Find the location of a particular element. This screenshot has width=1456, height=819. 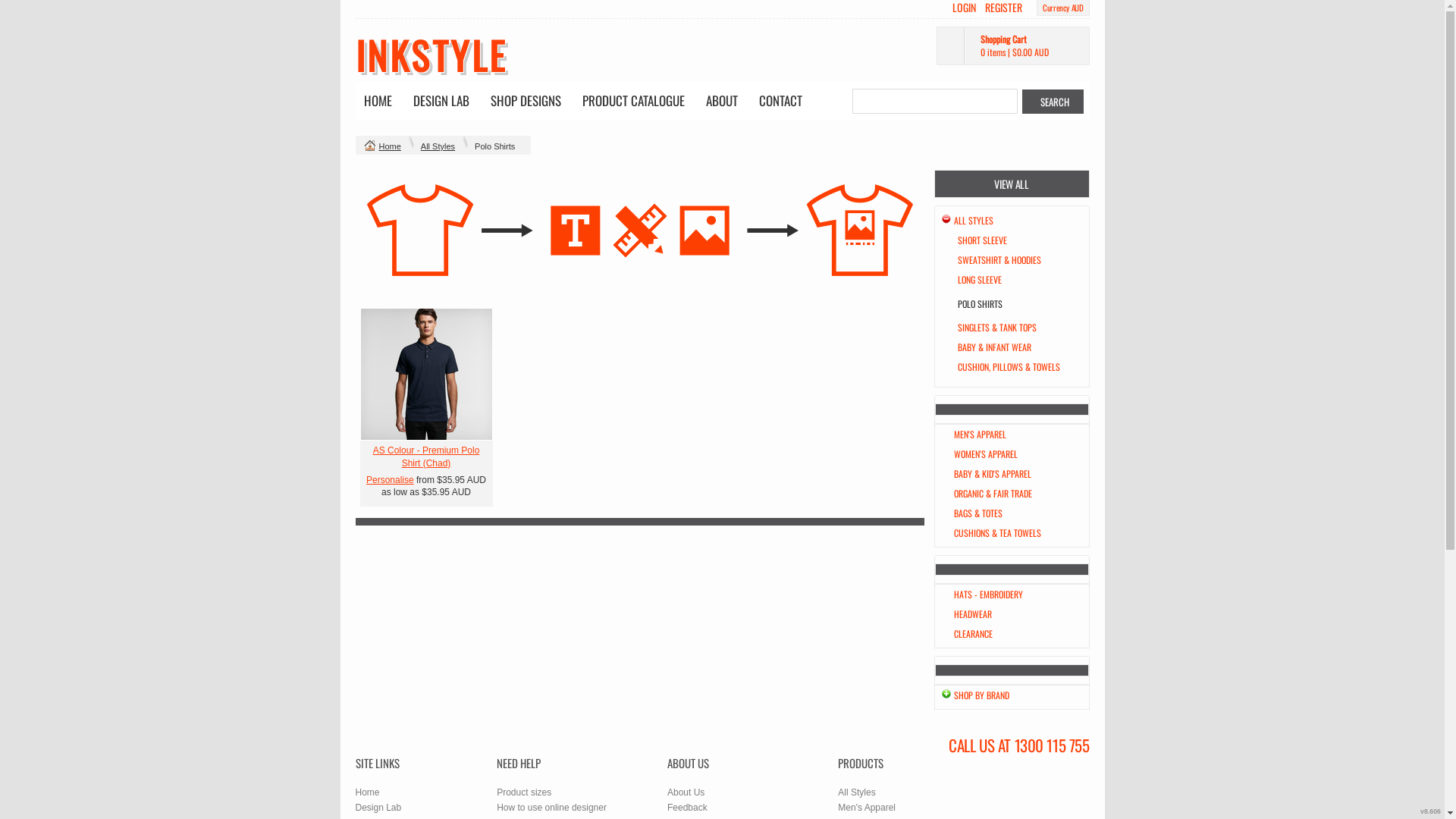

'ORGANIC & FAIR TRADE' is located at coordinates (952, 493).